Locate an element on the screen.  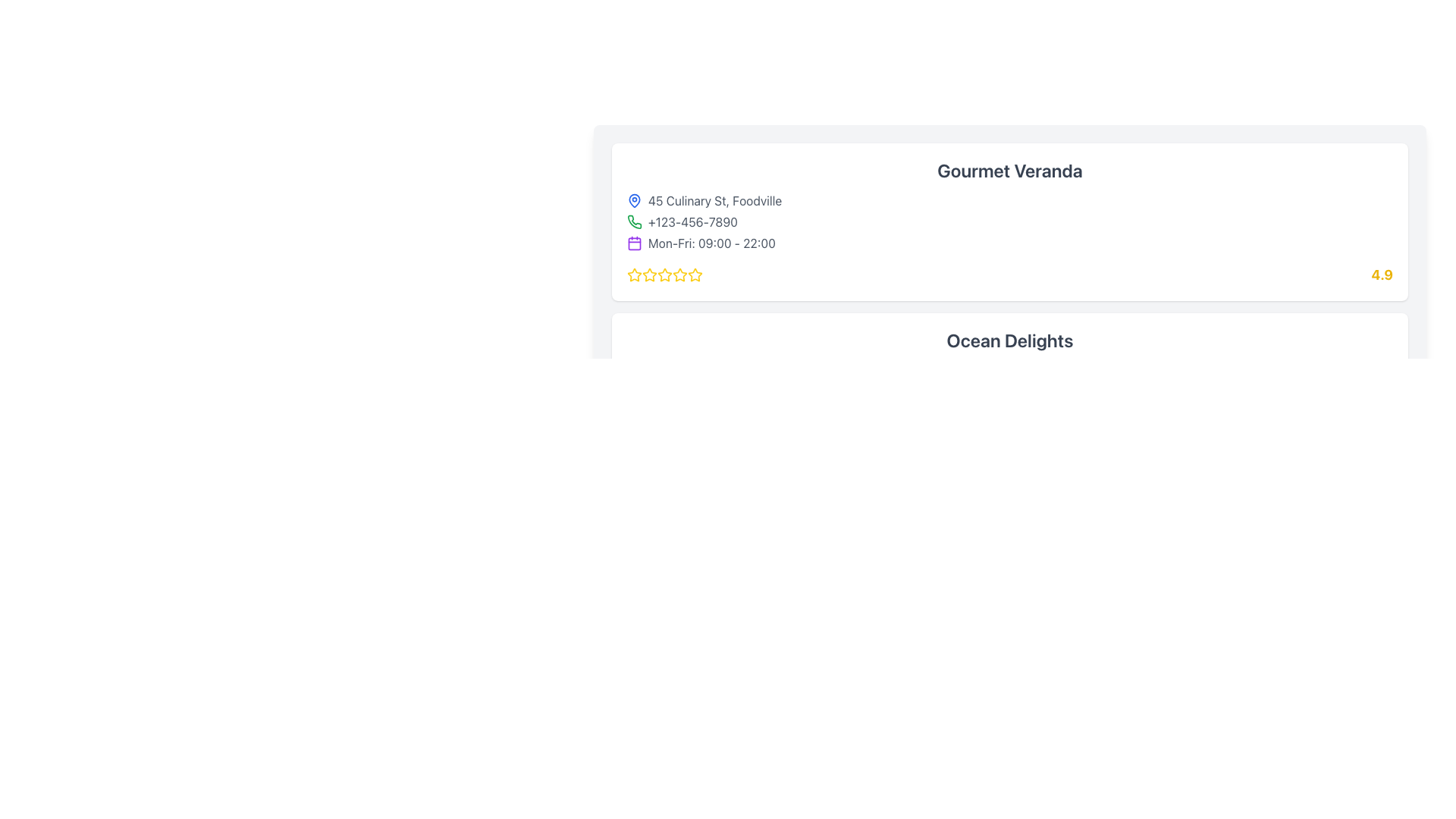
the phone icon representing the contact number '+123-456-7890', located in the middle section of the UI, to the left of the text is located at coordinates (634, 222).